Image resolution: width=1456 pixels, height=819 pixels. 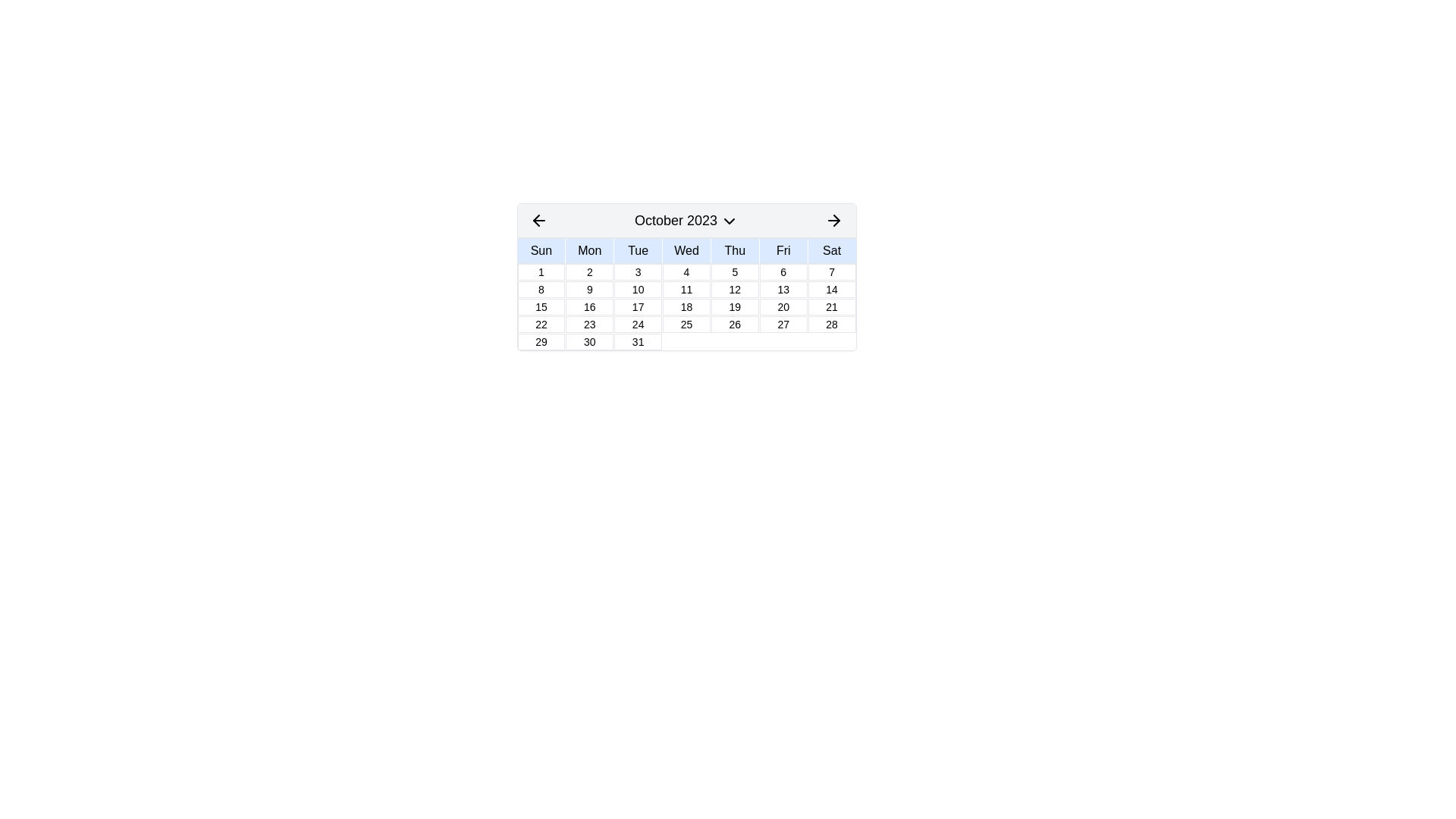 I want to click on the text component displaying the number '24', so click(x=638, y=324).